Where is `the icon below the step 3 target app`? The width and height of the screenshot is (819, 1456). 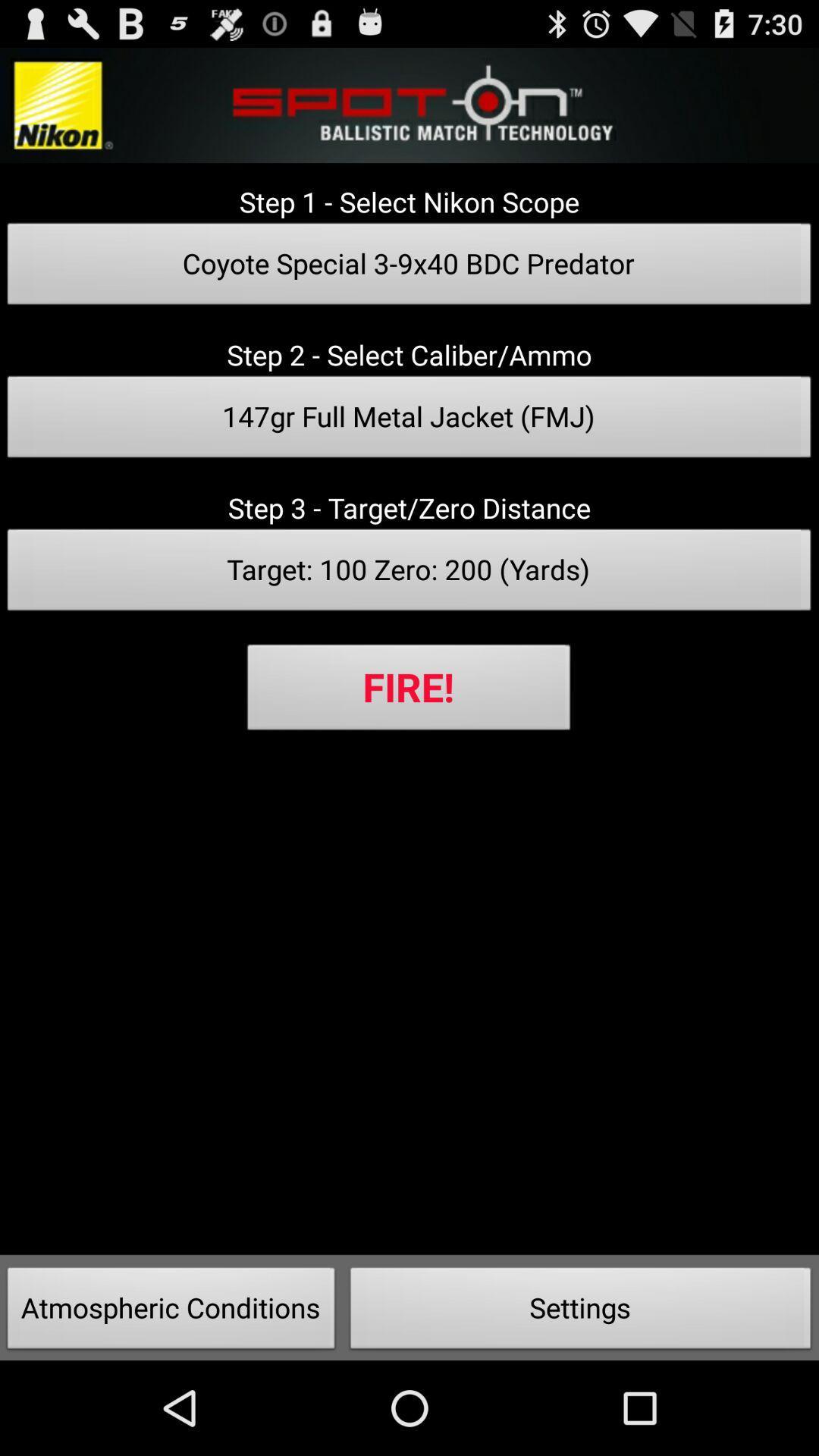
the icon below the step 3 target app is located at coordinates (409, 573).